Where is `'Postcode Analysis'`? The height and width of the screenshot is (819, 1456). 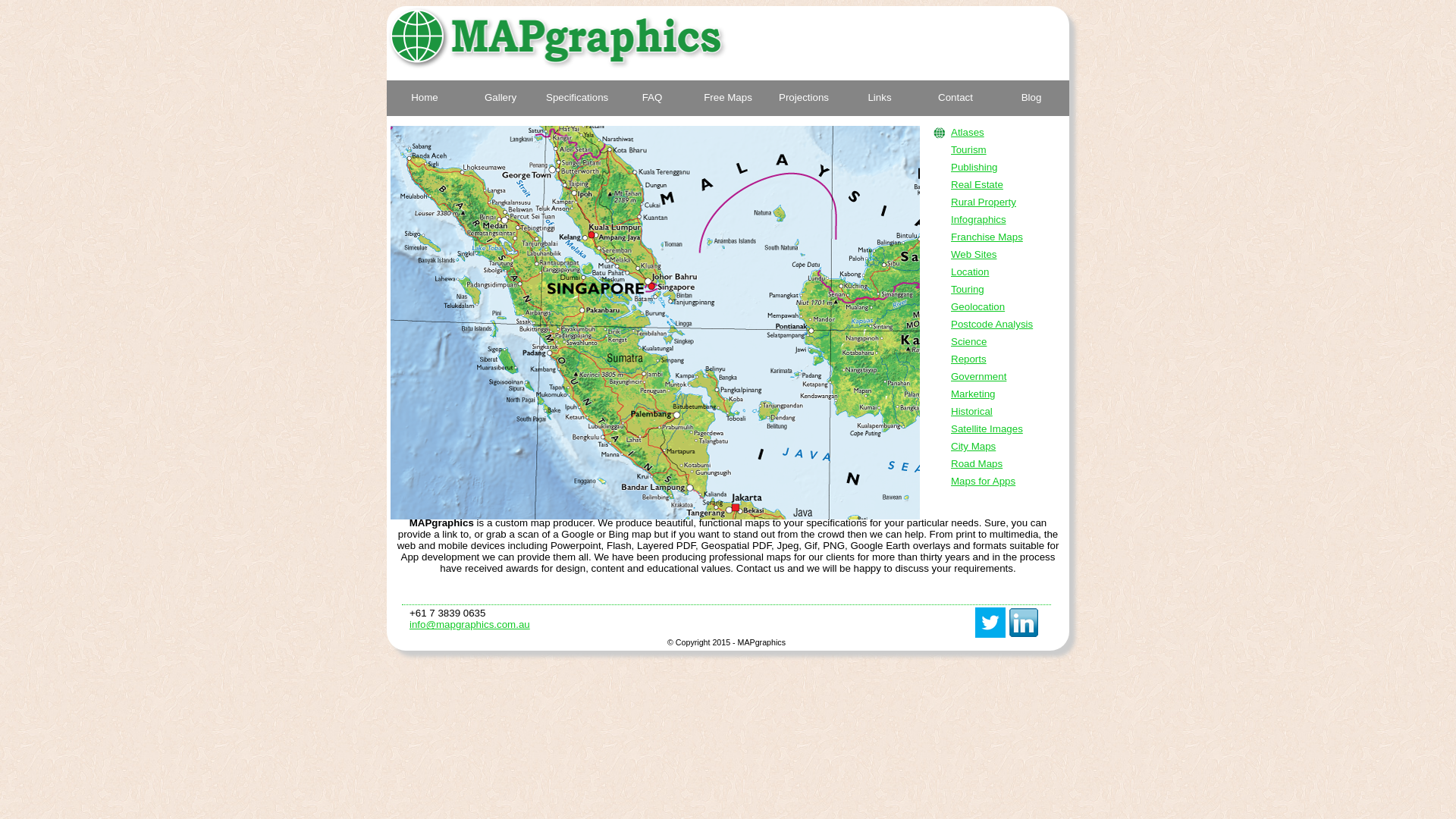
'Postcode Analysis' is located at coordinates (949, 323).